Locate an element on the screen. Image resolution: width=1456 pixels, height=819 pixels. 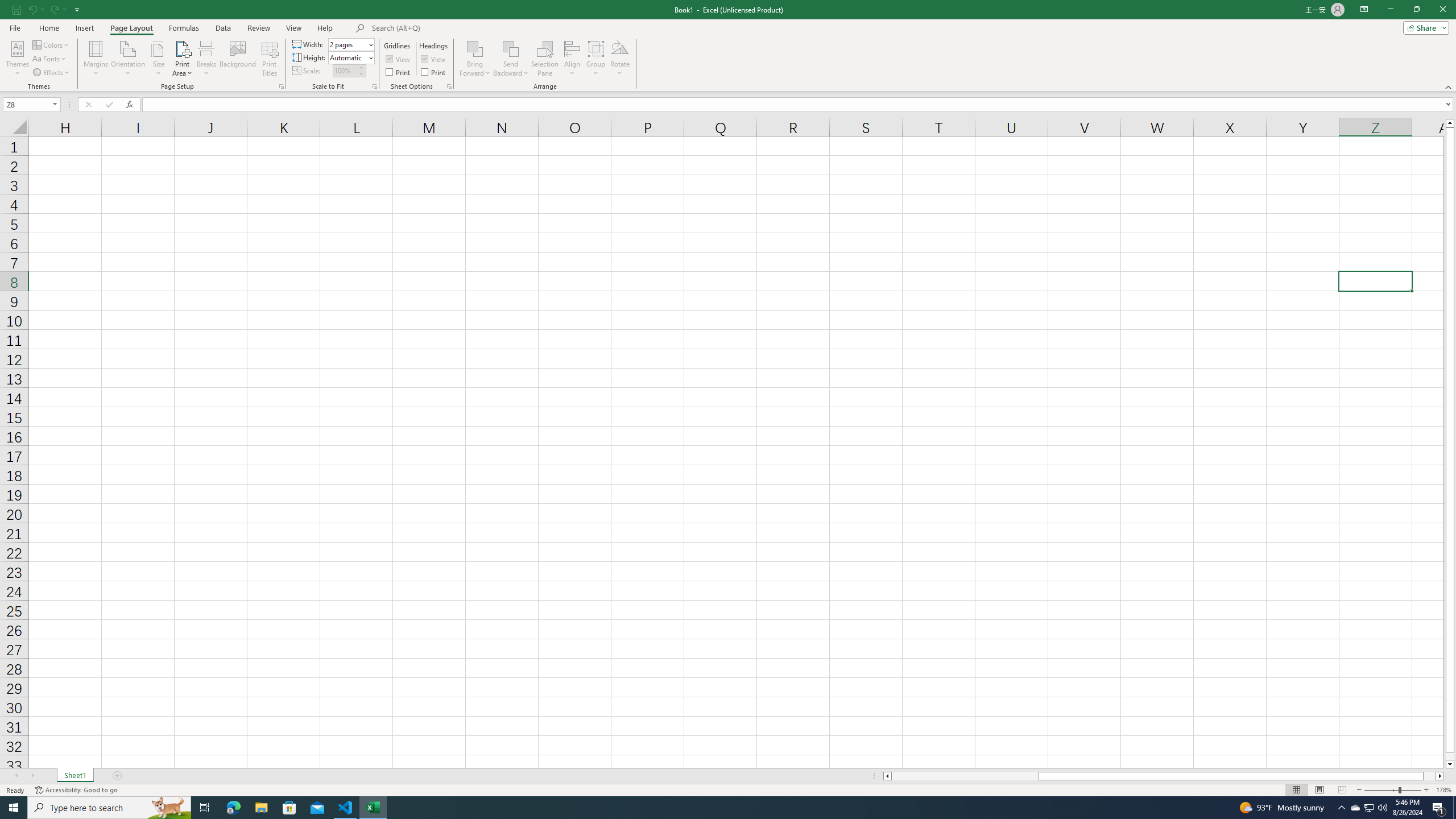
'Height' is located at coordinates (350, 56).